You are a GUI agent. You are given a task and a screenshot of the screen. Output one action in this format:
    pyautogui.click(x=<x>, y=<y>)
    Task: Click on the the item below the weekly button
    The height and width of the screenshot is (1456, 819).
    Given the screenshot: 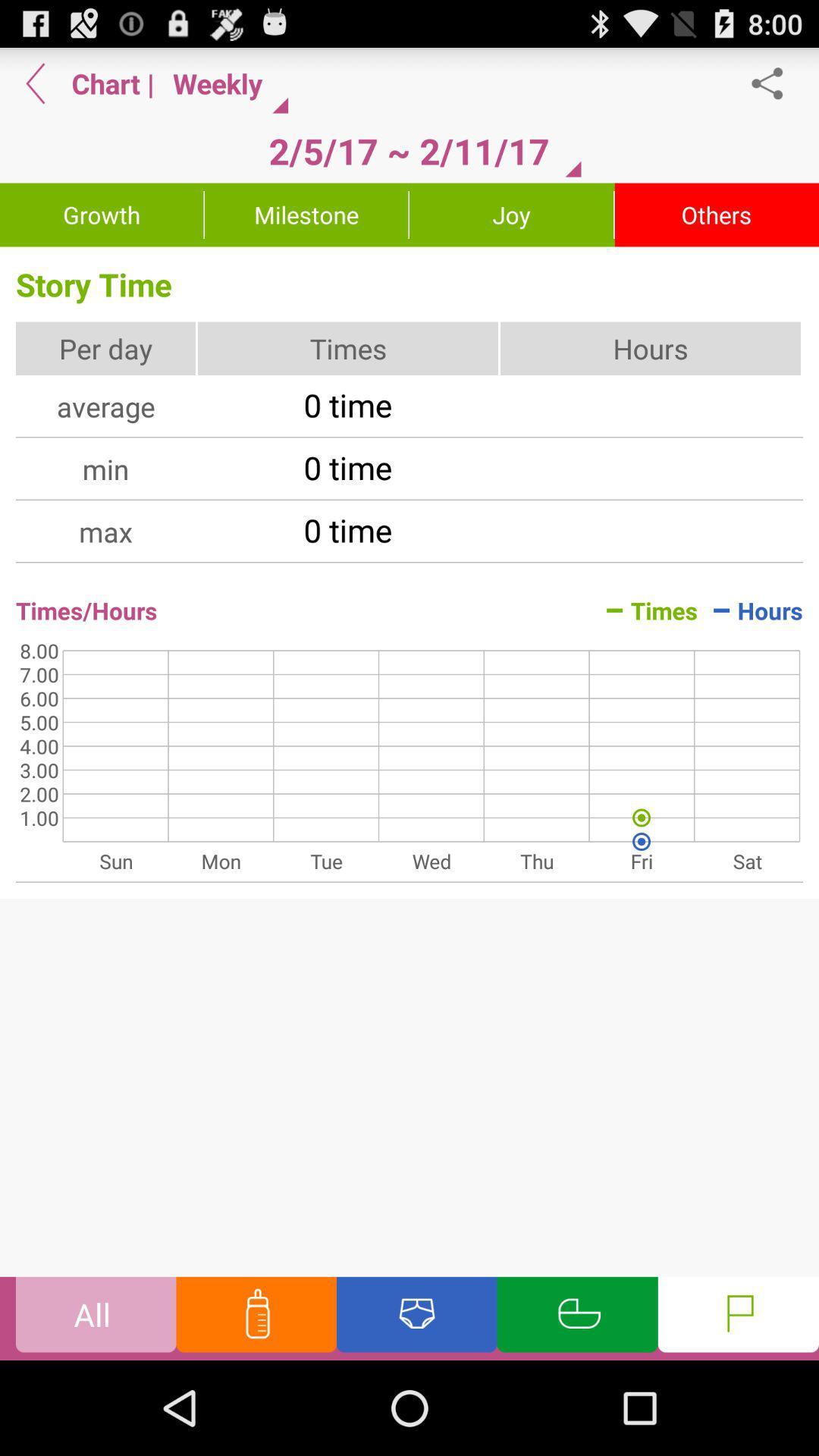 What is the action you would take?
    pyautogui.click(x=408, y=151)
    